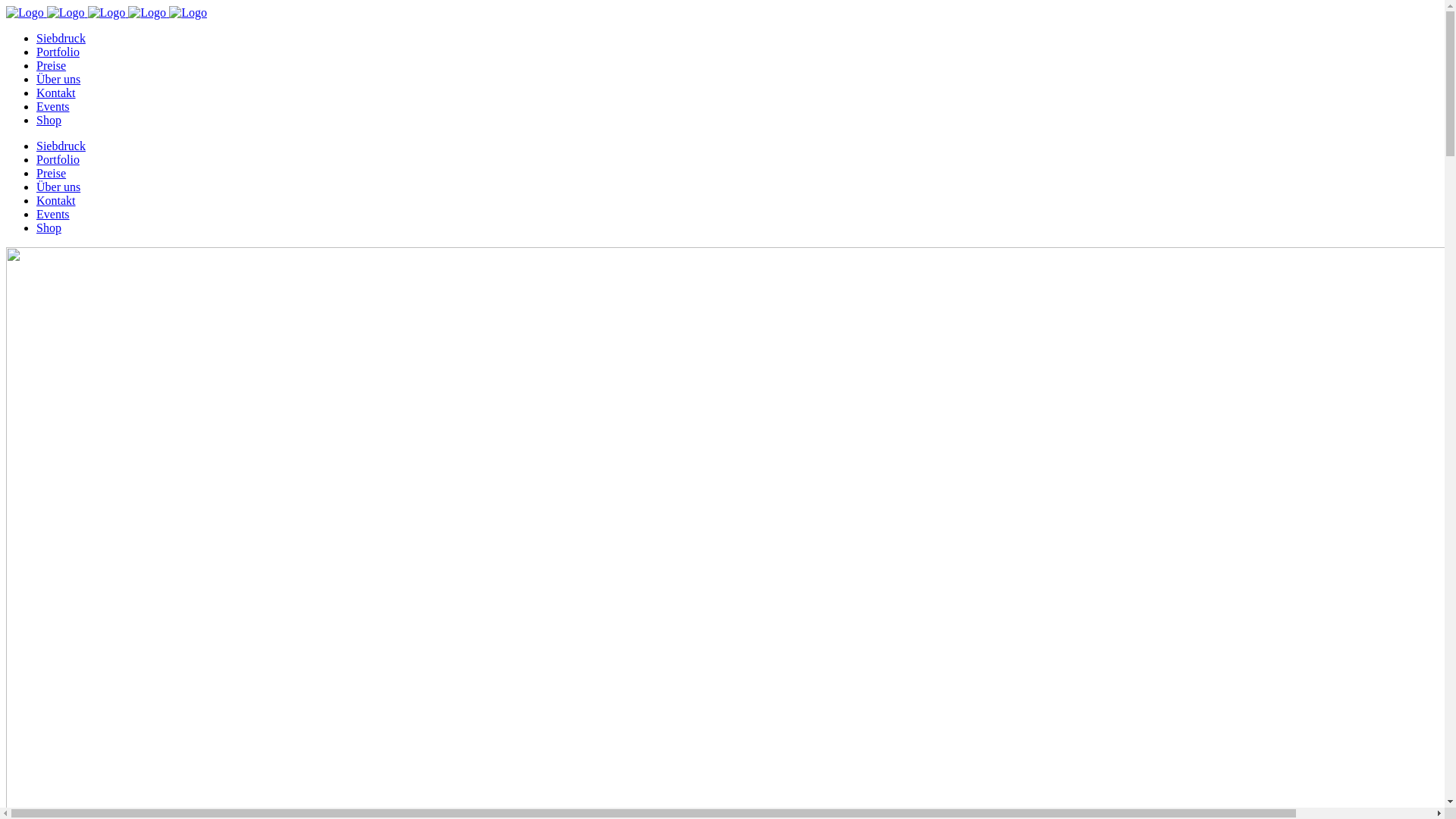  What do you see at coordinates (36, 172) in the screenshot?
I see `'Preise'` at bounding box center [36, 172].